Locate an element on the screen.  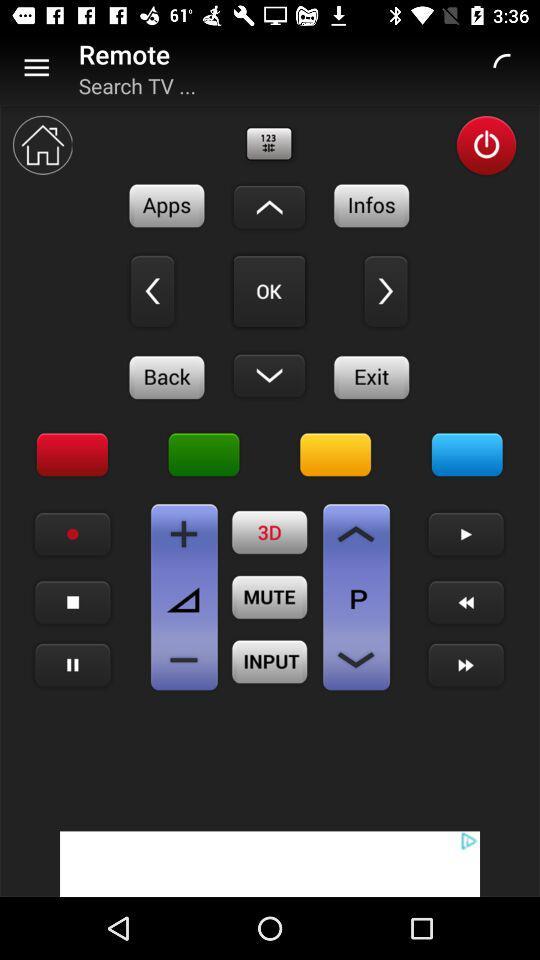
left button is located at coordinates (386, 290).